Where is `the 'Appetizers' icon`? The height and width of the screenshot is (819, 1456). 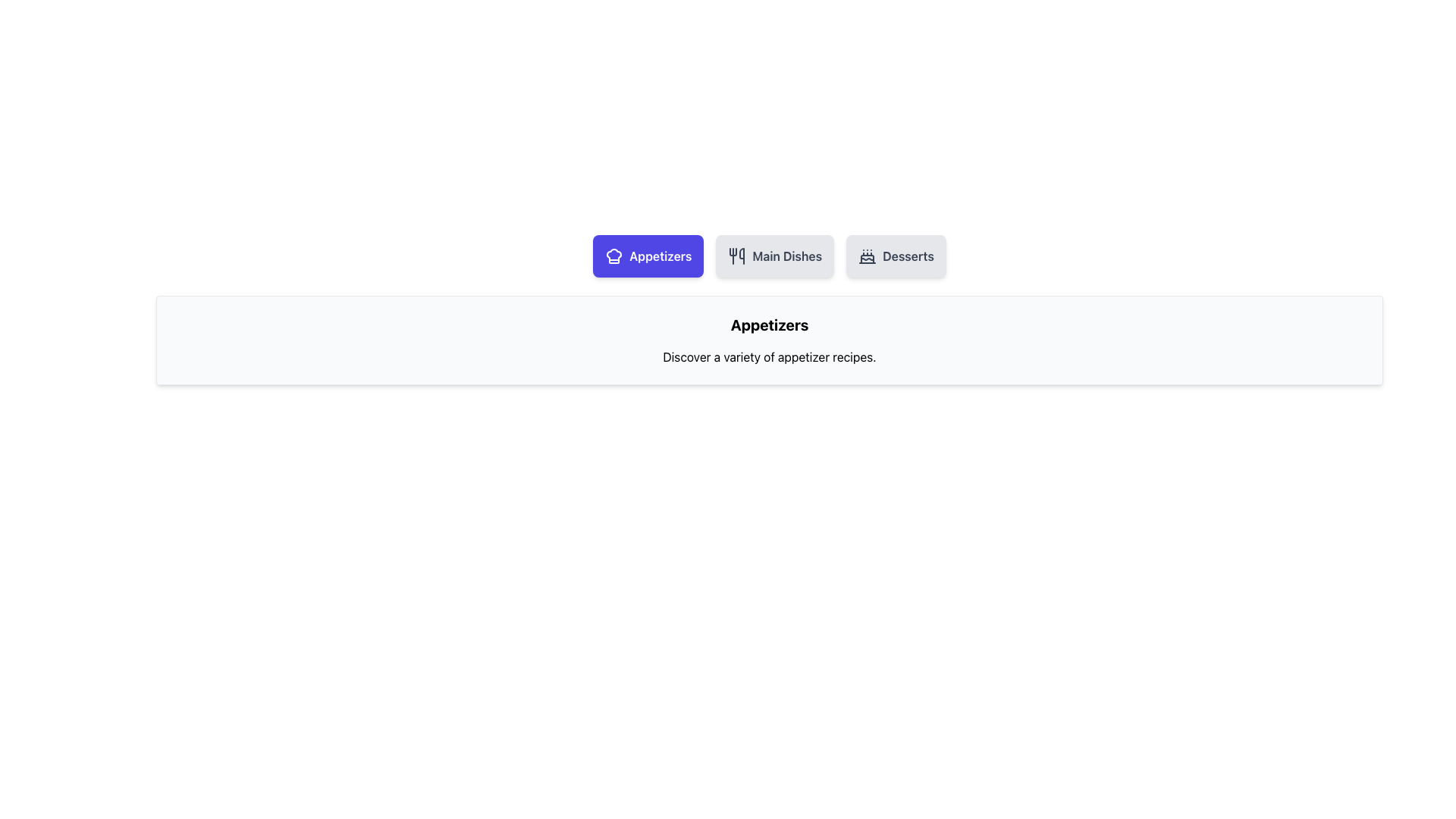 the 'Appetizers' icon is located at coordinates (614, 256).